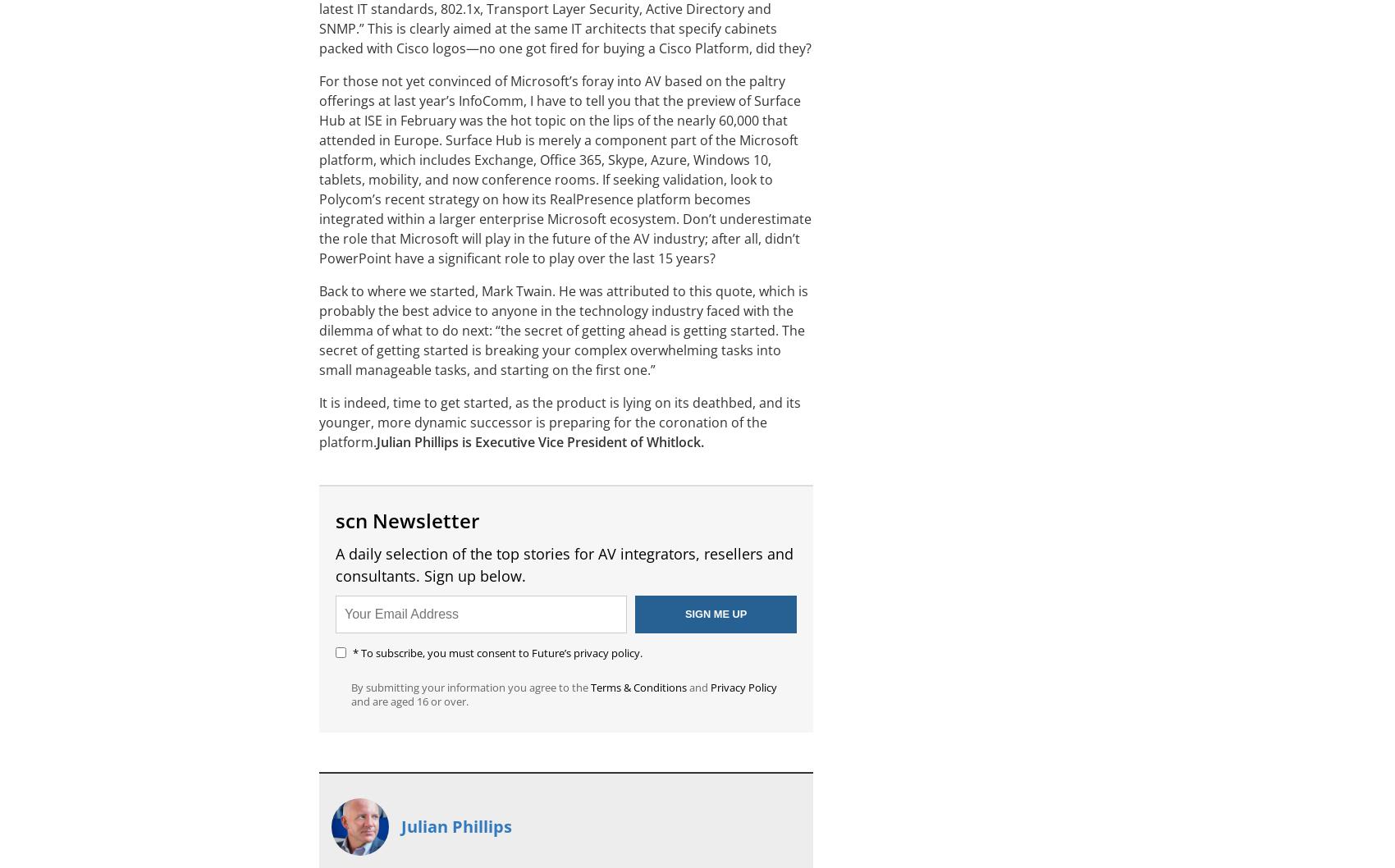 The image size is (1395, 868). I want to click on 'A daily selection of the top stories for AV integrators, resellers and consultants. Sign up below.', so click(564, 564).